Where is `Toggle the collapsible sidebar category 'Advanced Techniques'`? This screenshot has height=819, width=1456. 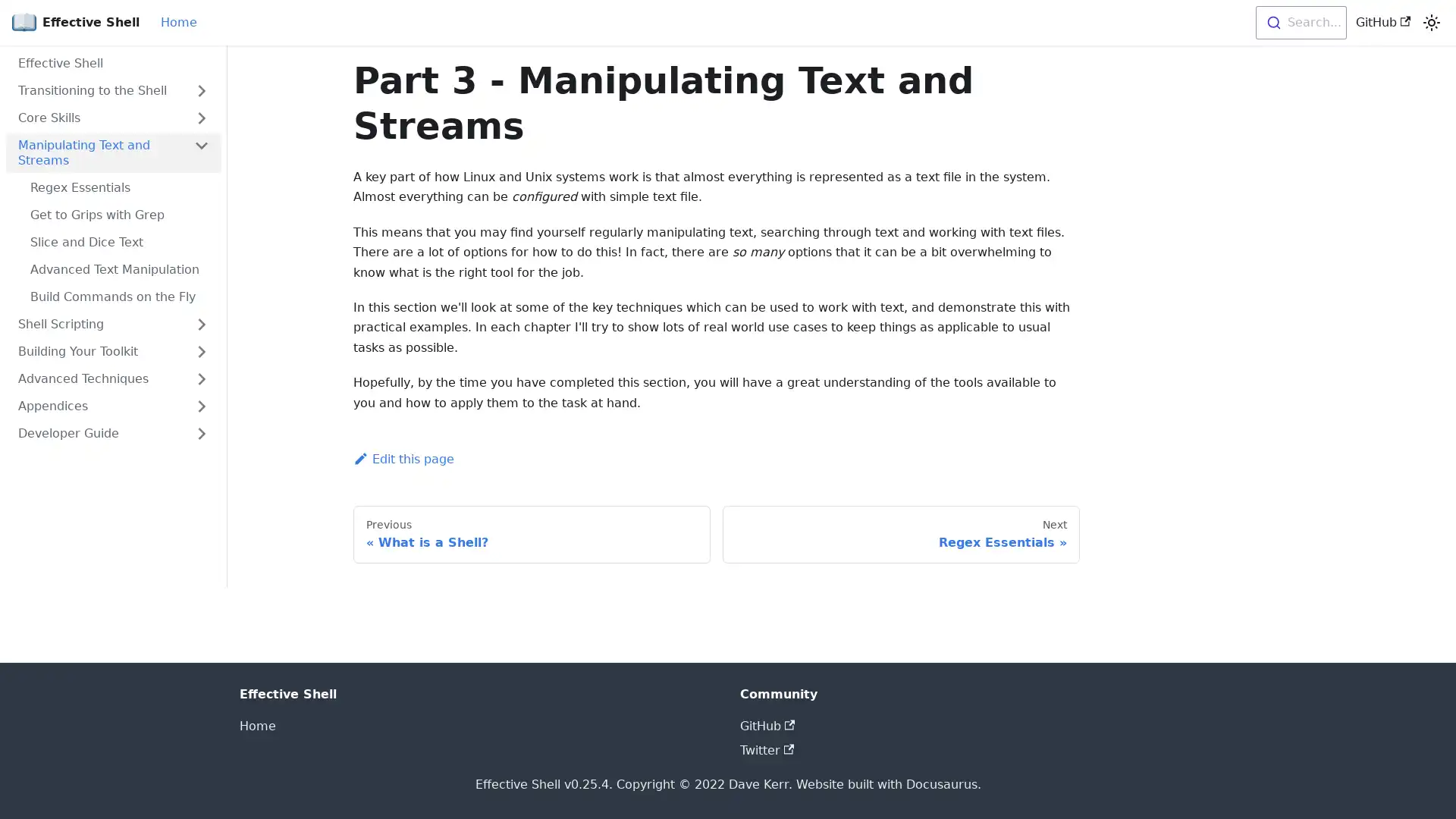 Toggle the collapsible sidebar category 'Advanced Techniques' is located at coordinates (200, 378).